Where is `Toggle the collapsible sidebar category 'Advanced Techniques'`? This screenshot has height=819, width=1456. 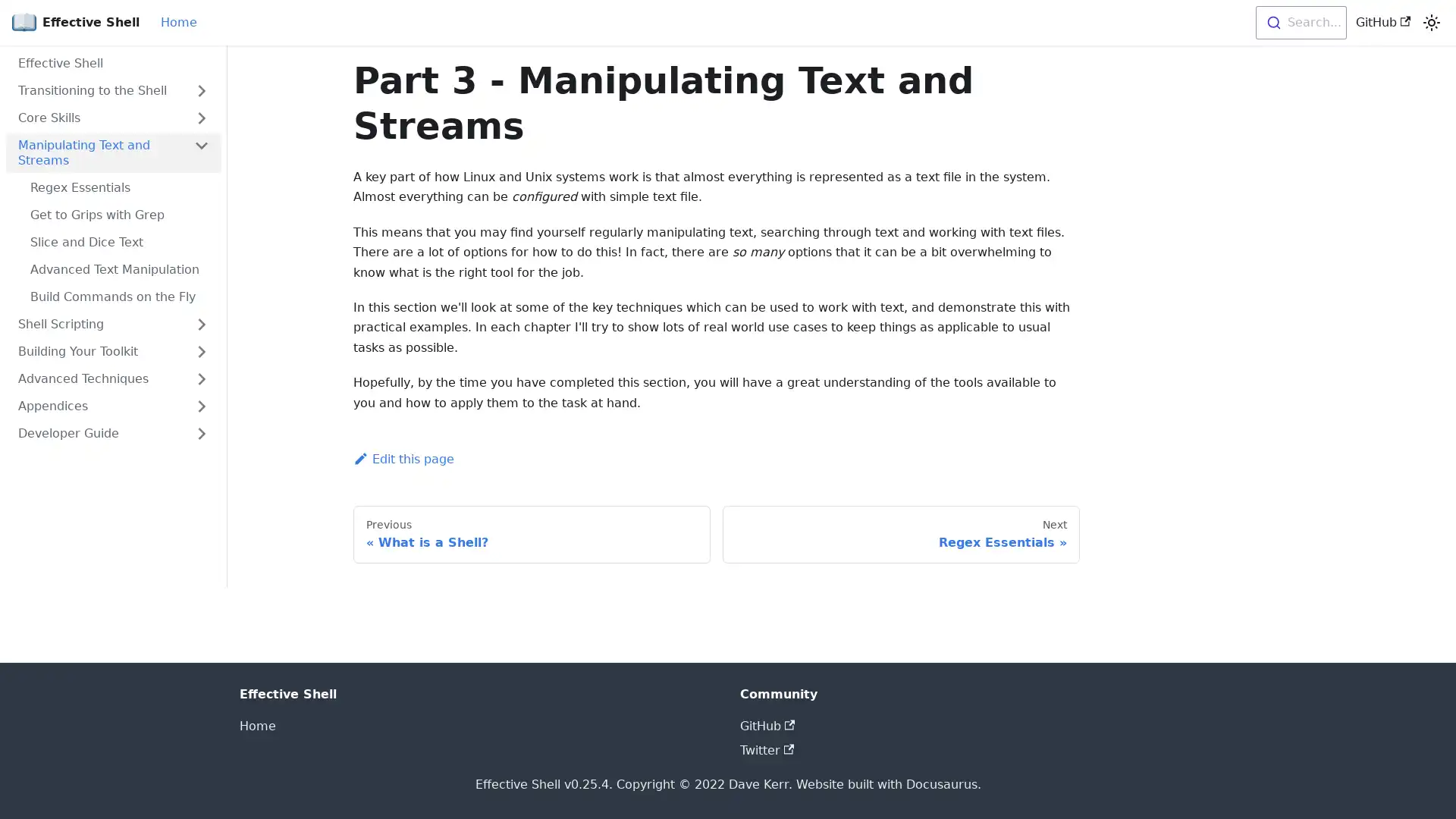 Toggle the collapsible sidebar category 'Advanced Techniques' is located at coordinates (200, 378).